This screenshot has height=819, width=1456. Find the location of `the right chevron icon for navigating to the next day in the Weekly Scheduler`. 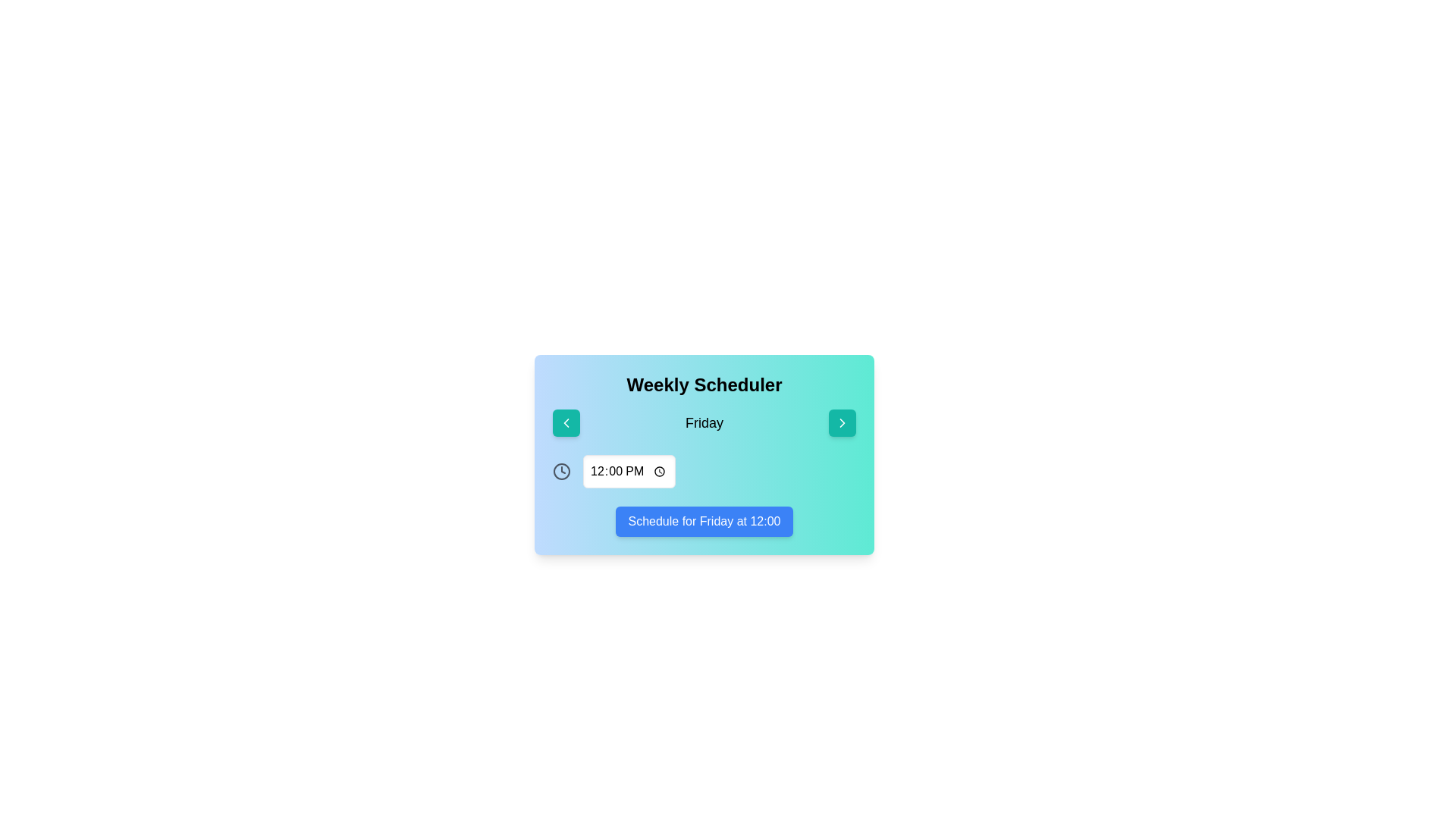

the right chevron icon for navigating to the next day in the Weekly Scheduler is located at coordinates (841, 423).